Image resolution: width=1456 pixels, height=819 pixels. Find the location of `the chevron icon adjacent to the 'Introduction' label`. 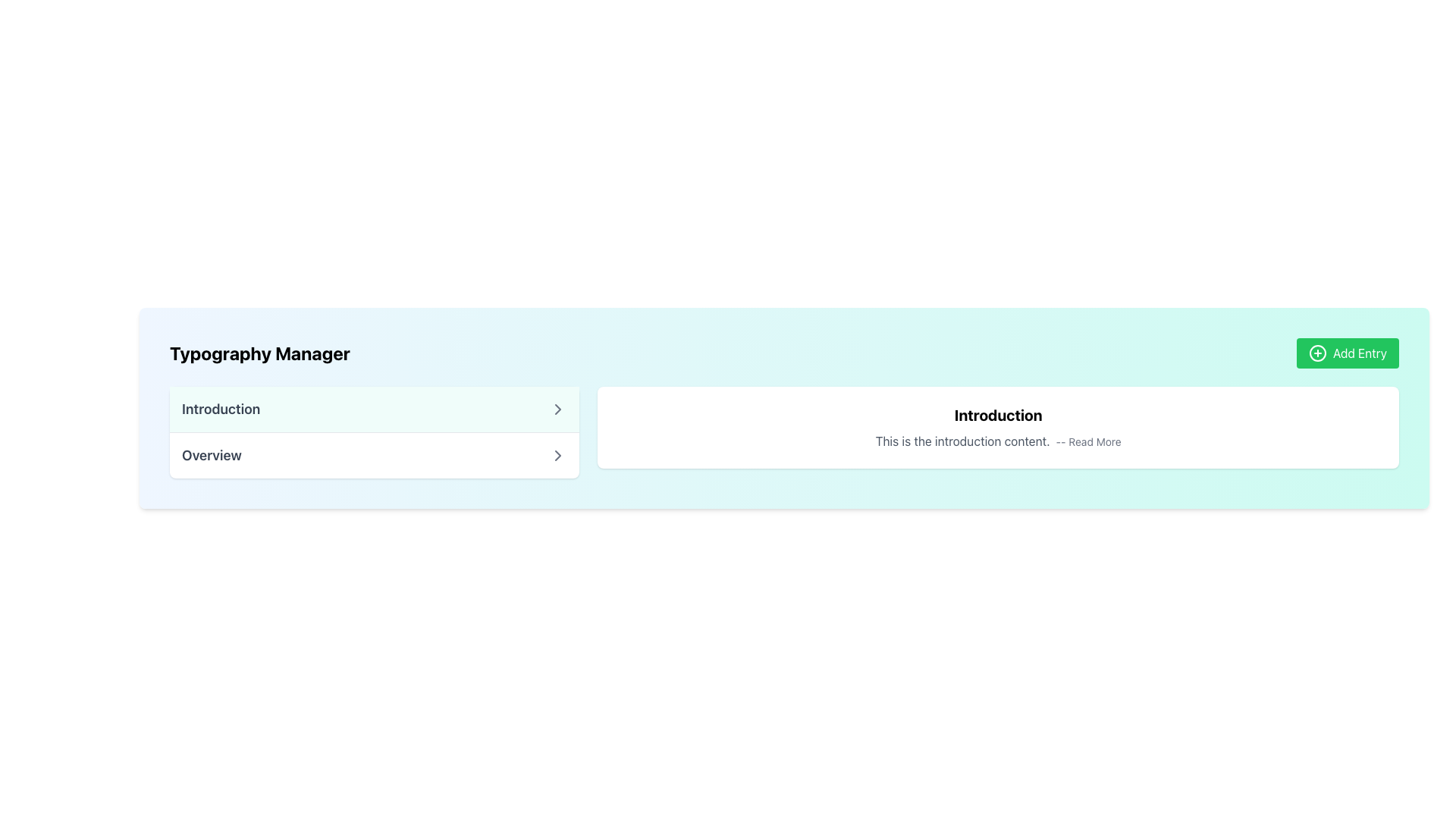

the chevron icon adjacent to the 'Introduction' label is located at coordinates (557, 409).